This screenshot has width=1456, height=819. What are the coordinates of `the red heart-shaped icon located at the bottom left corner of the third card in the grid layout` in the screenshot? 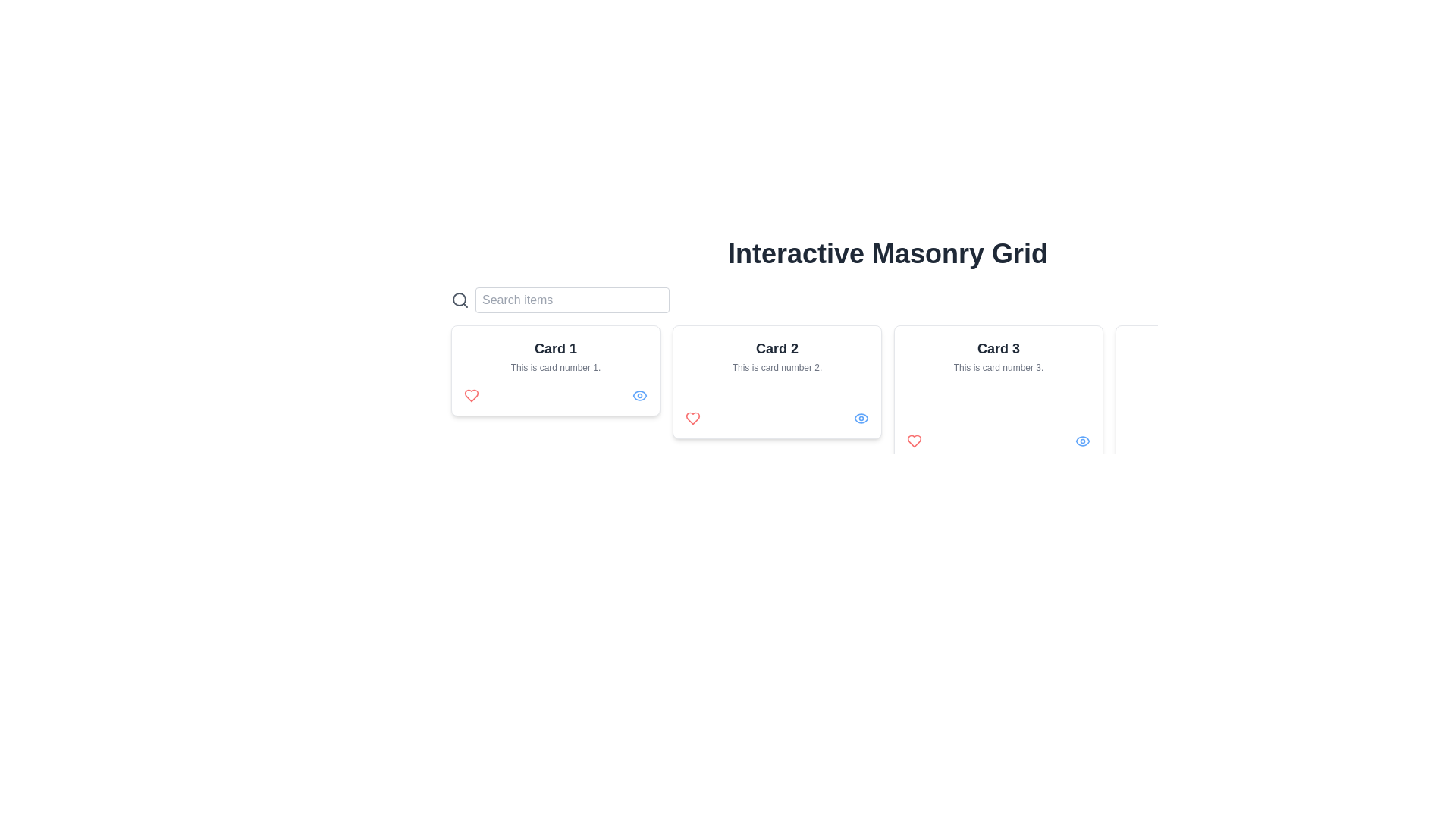 It's located at (913, 441).